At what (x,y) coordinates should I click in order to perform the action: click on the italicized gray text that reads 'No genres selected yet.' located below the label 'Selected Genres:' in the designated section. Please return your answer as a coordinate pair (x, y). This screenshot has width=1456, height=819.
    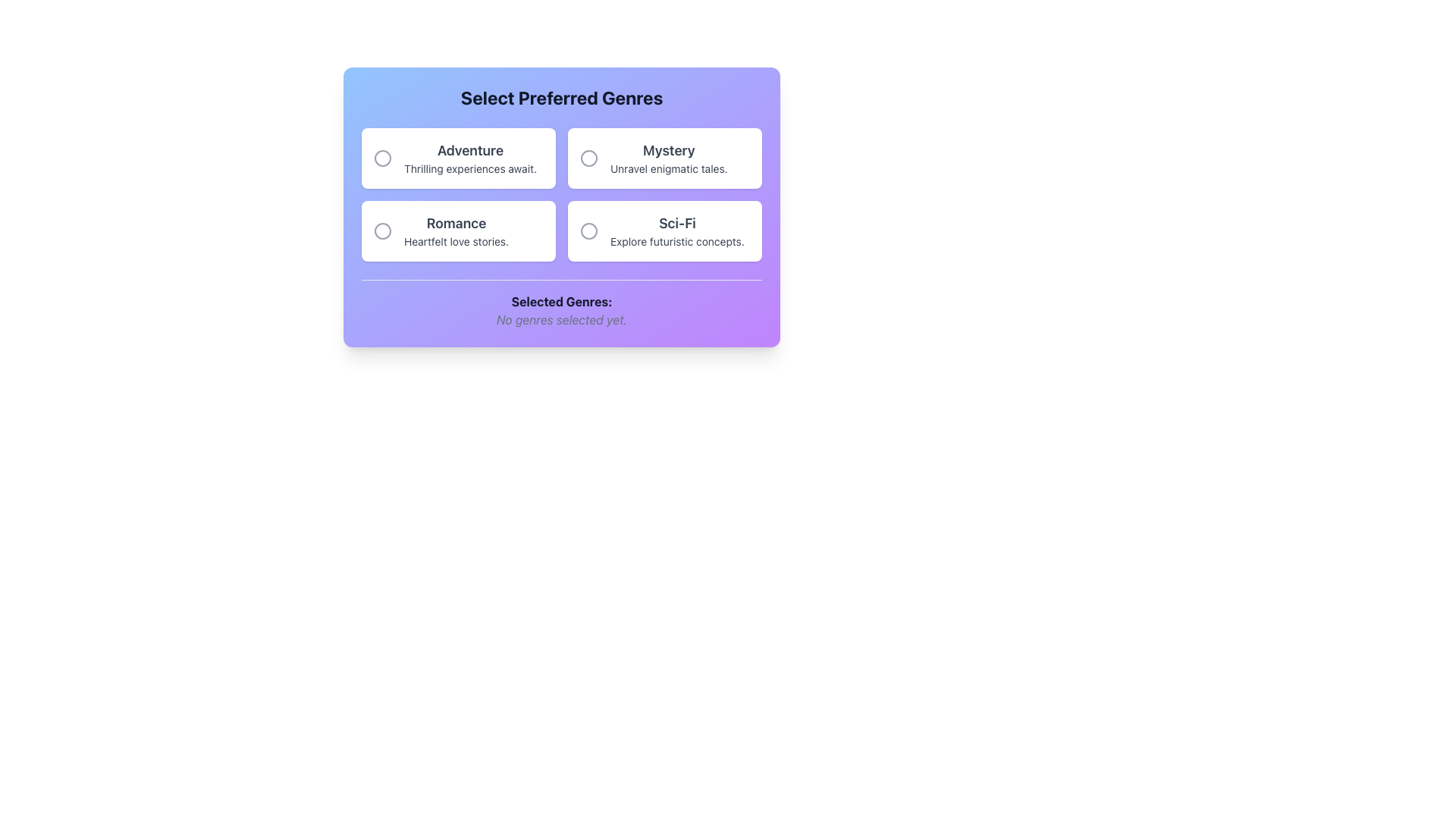
    Looking at the image, I should click on (560, 318).